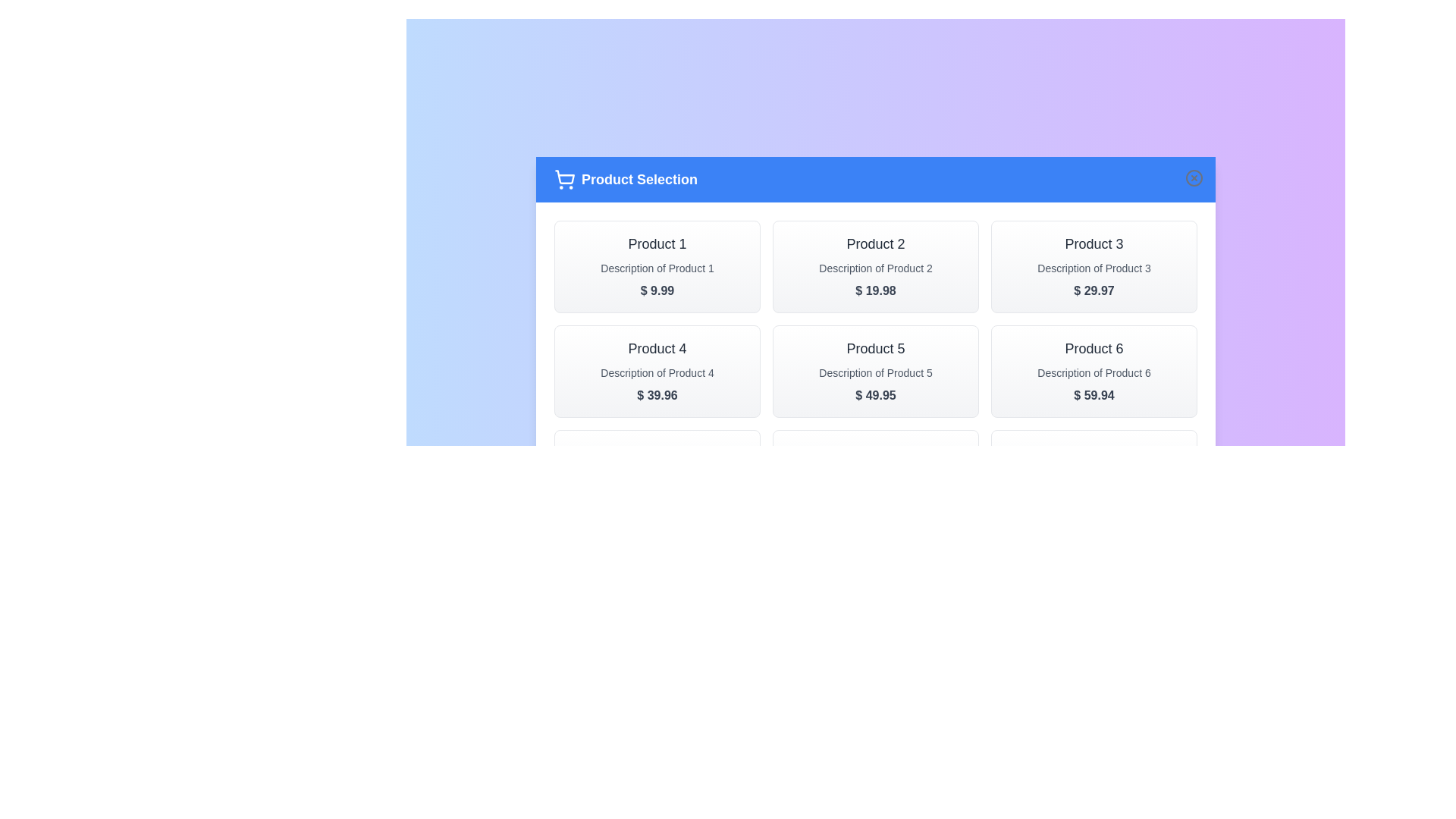  What do you see at coordinates (876, 371) in the screenshot?
I see `the product card for Product 5` at bounding box center [876, 371].